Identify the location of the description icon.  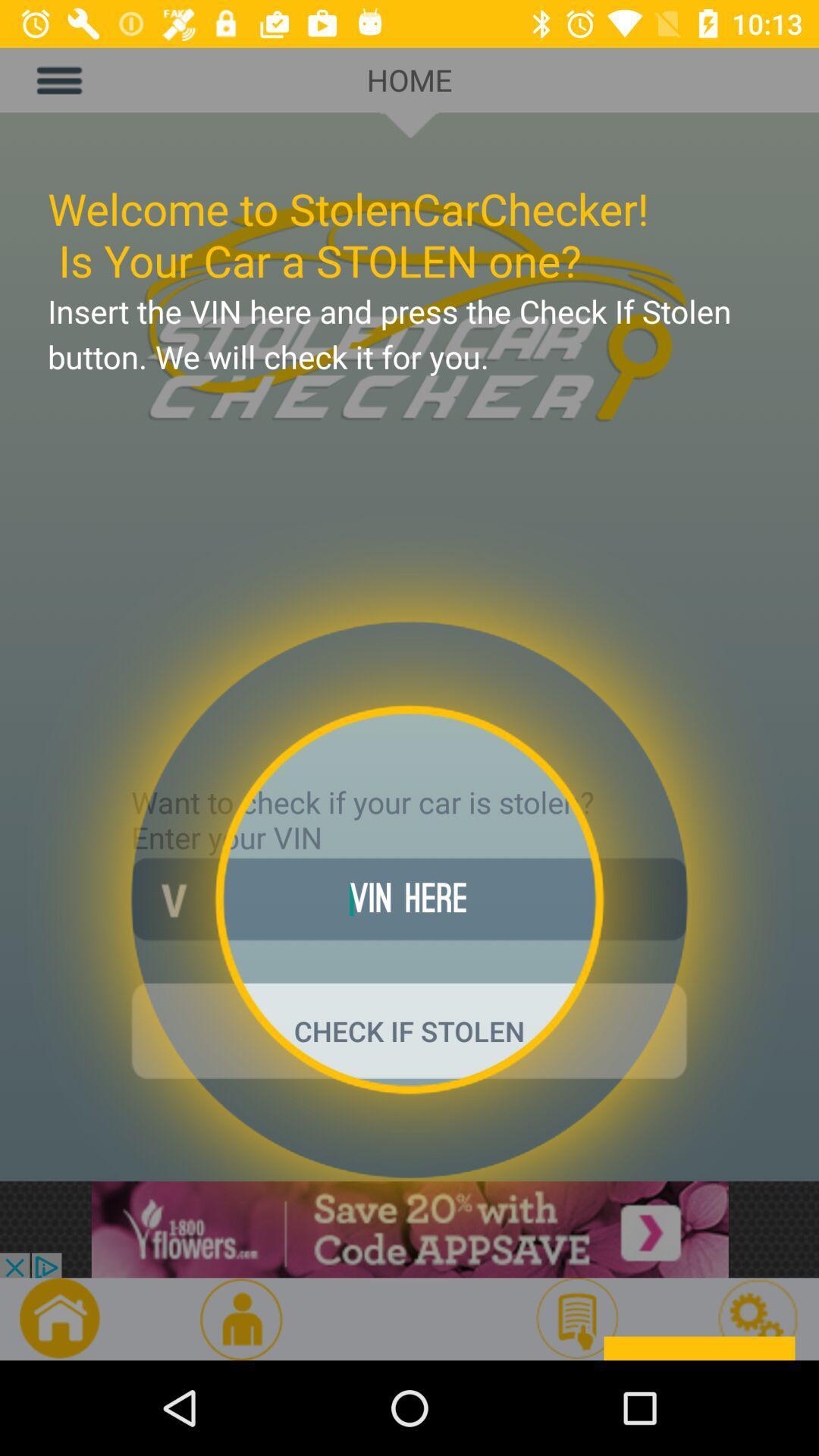
(577, 1317).